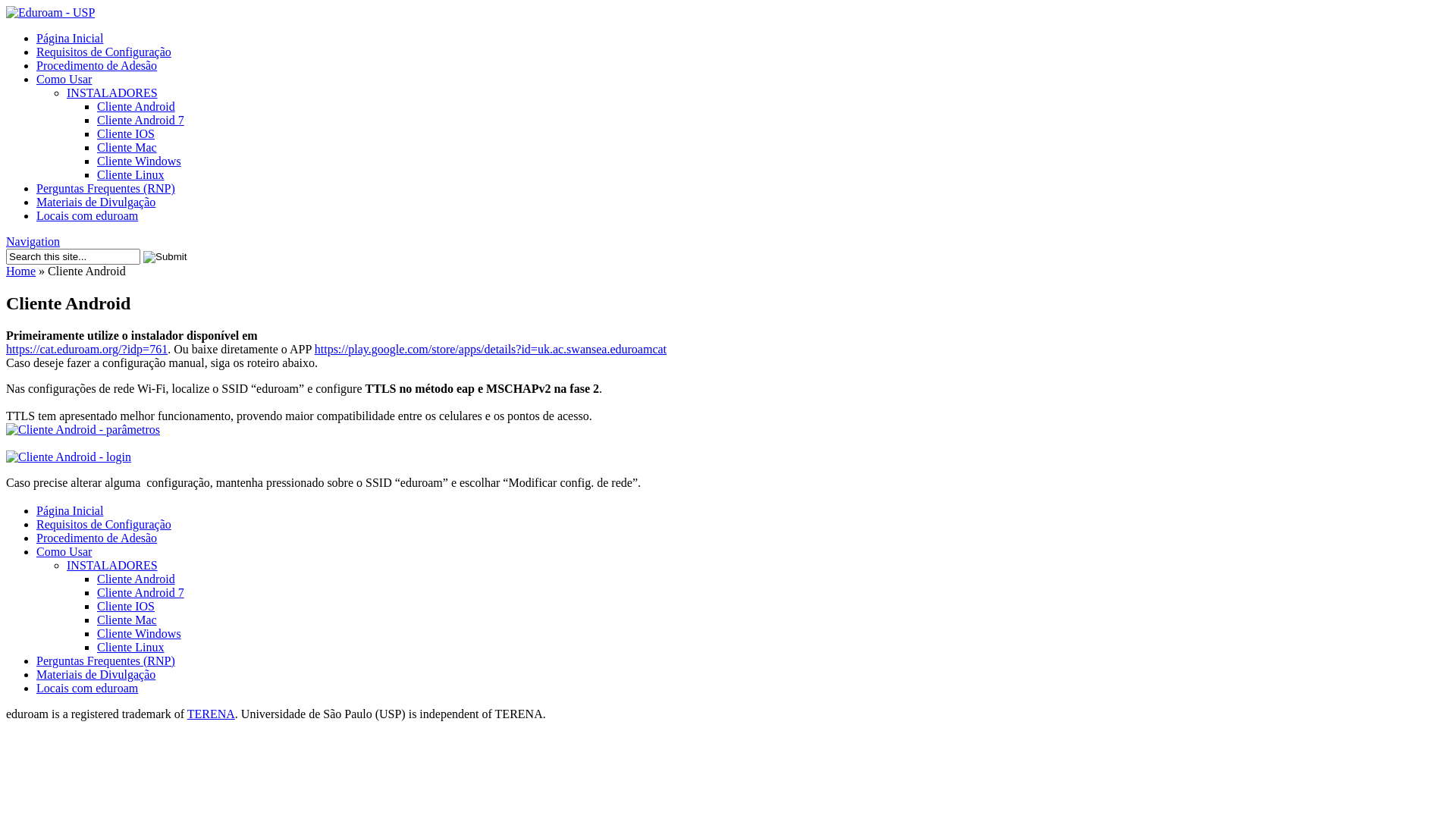  I want to click on 'Cliente Mac', so click(96, 620).